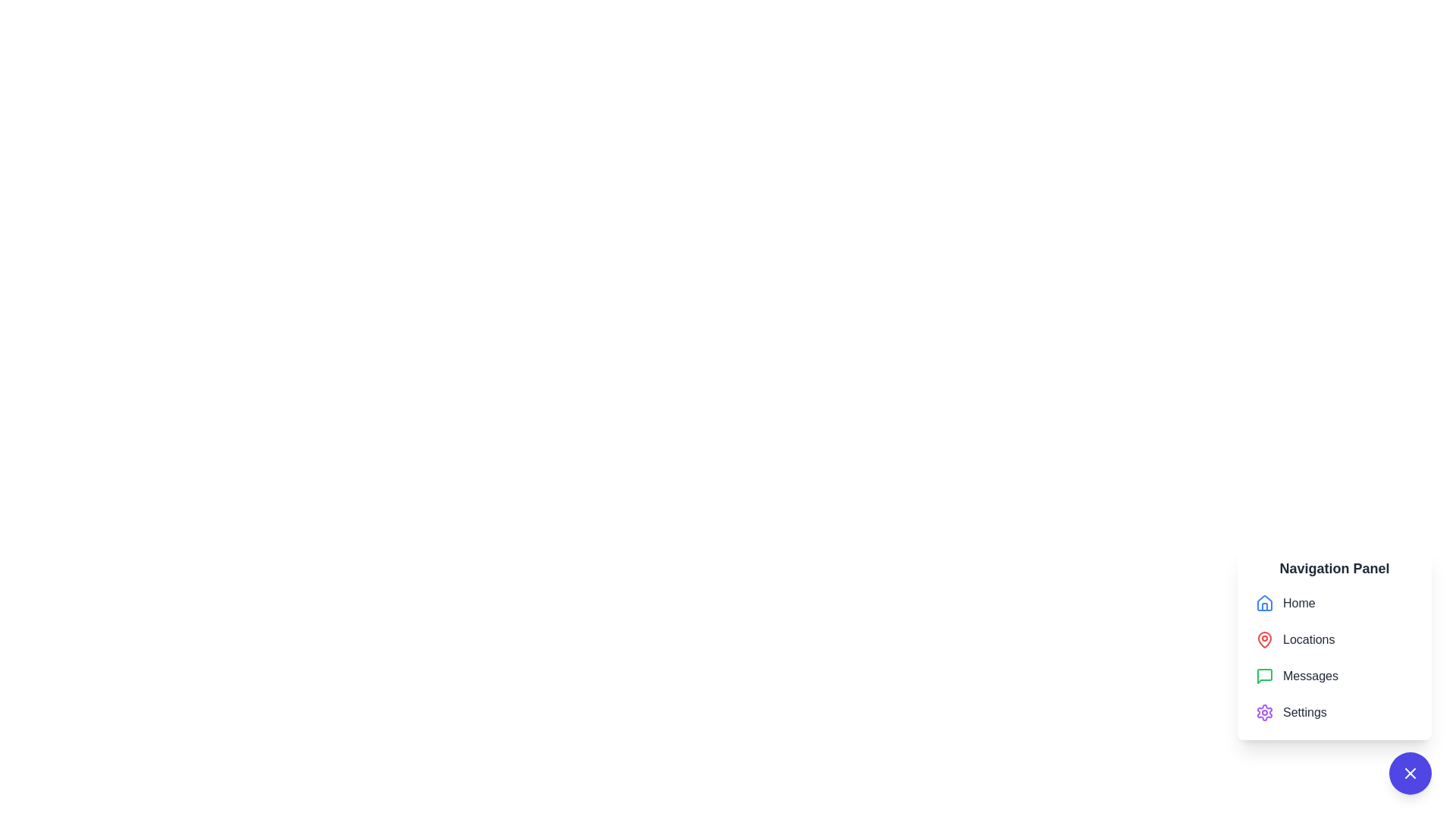 This screenshot has width=1456, height=819. What do you see at coordinates (1410, 773) in the screenshot?
I see `the circular button with a deep blue background and a white close (X) icon located in the bottom-right corner of the grouped navigation panel` at bounding box center [1410, 773].